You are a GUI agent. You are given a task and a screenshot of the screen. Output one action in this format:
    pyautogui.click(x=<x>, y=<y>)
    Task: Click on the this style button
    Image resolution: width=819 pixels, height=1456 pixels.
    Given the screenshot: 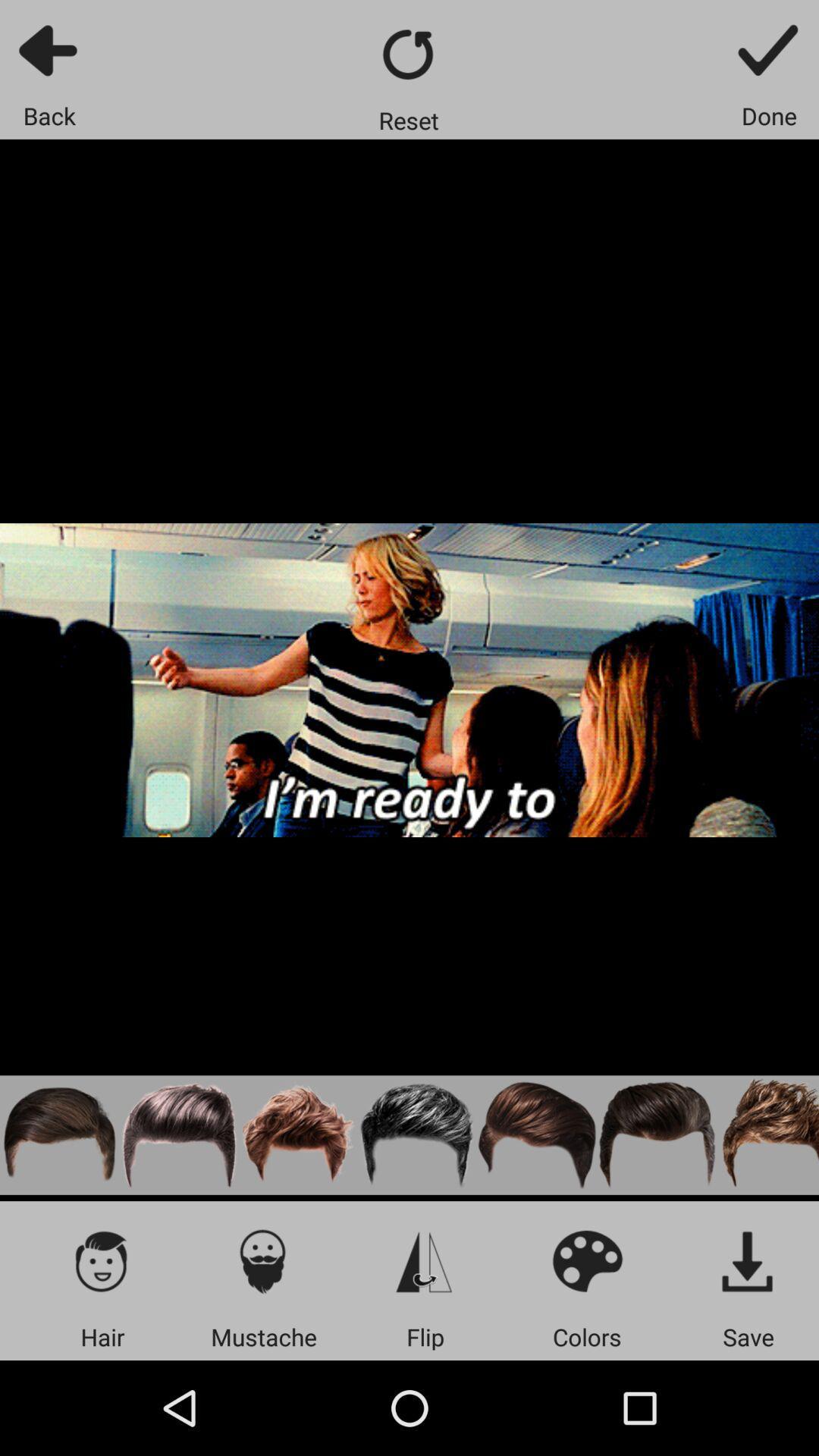 What is the action you would take?
    pyautogui.click(x=418, y=1135)
    